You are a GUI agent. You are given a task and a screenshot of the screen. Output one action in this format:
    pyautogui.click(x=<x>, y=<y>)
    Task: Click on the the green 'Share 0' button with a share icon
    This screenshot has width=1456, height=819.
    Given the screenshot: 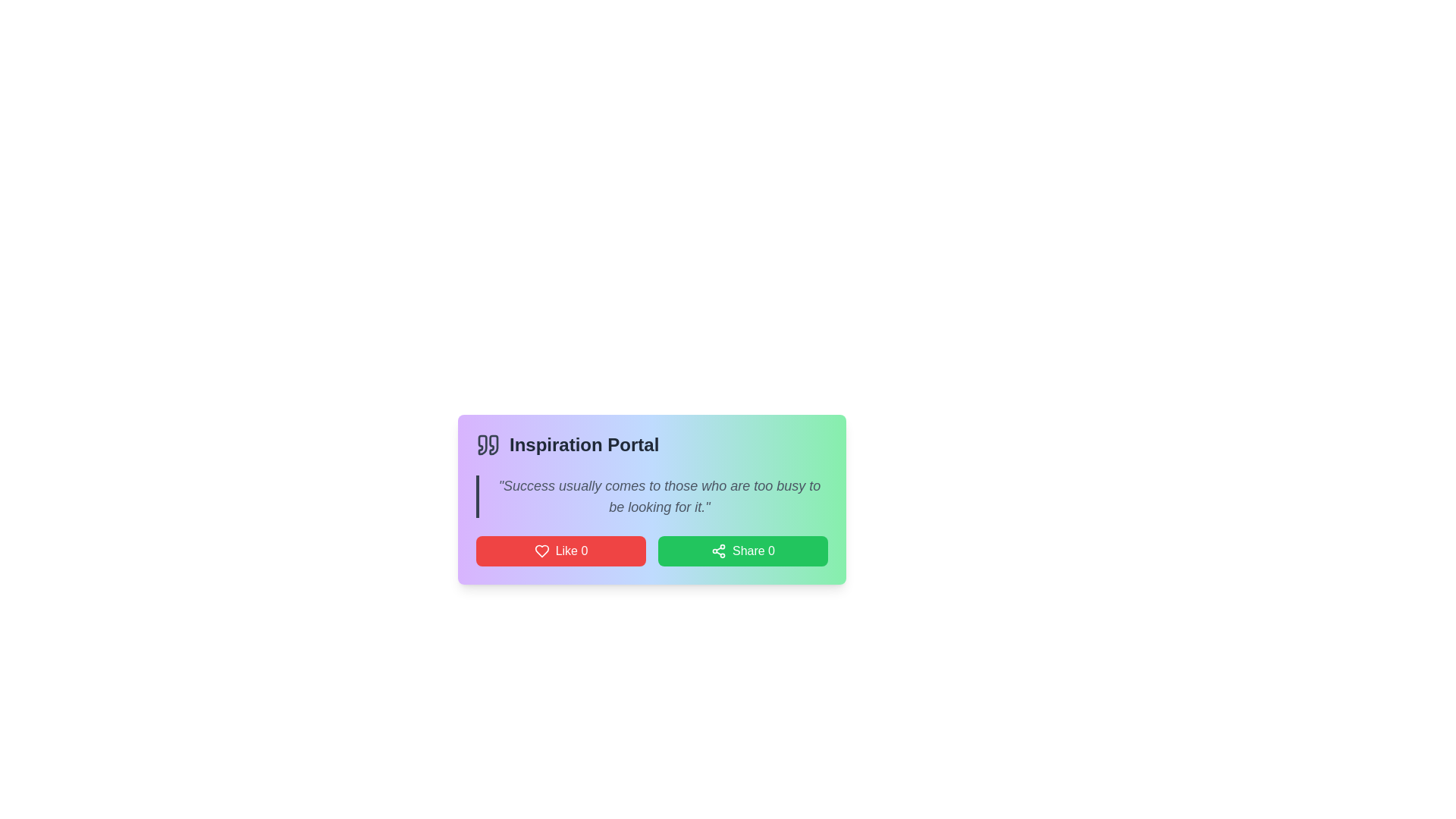 What is the action you would take?
    pyautogui.click(x=742, y=551)
    